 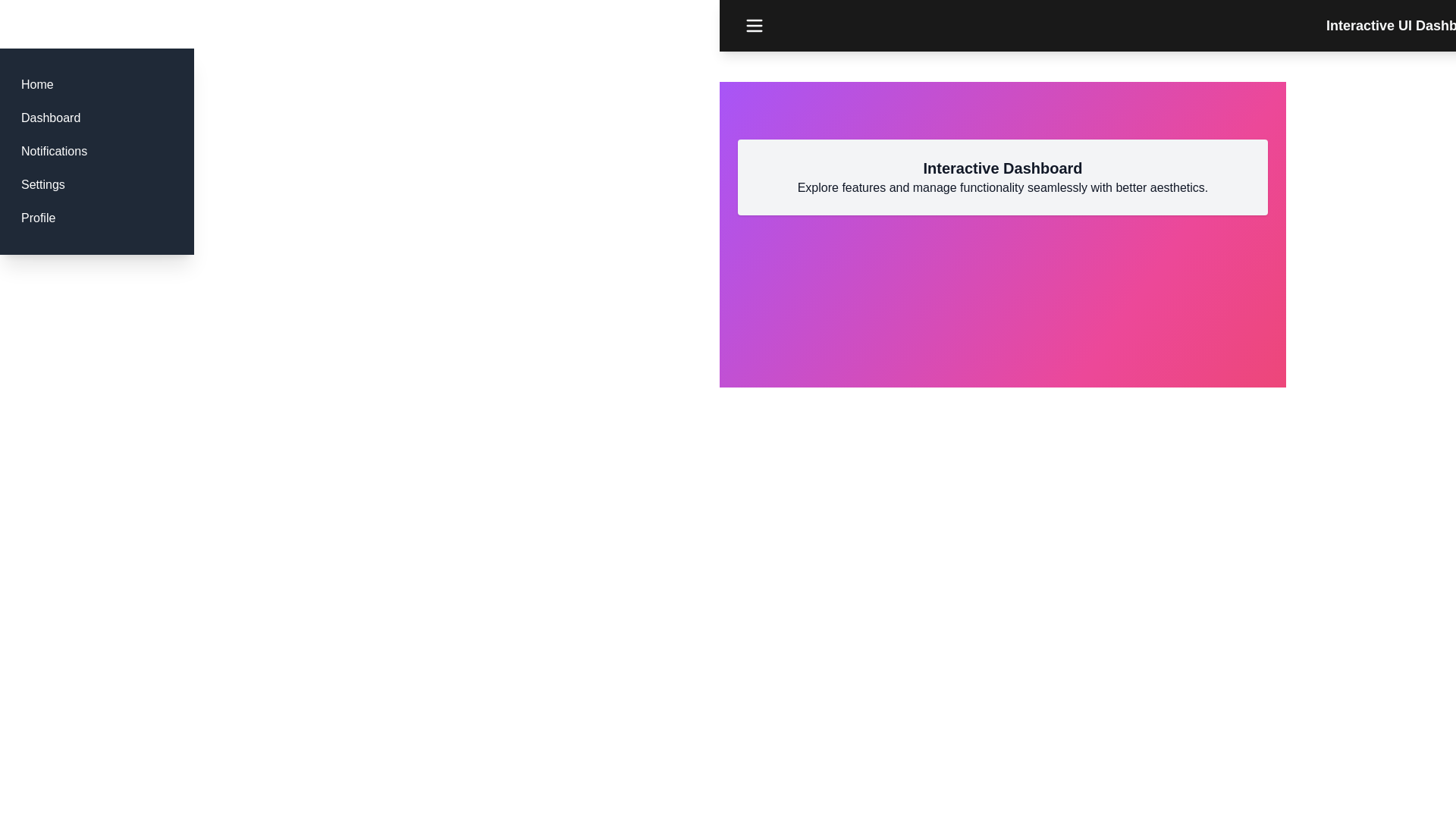 I want to click on the menu item Dashboard from the side navigation menu, so click(x=51, y=117).